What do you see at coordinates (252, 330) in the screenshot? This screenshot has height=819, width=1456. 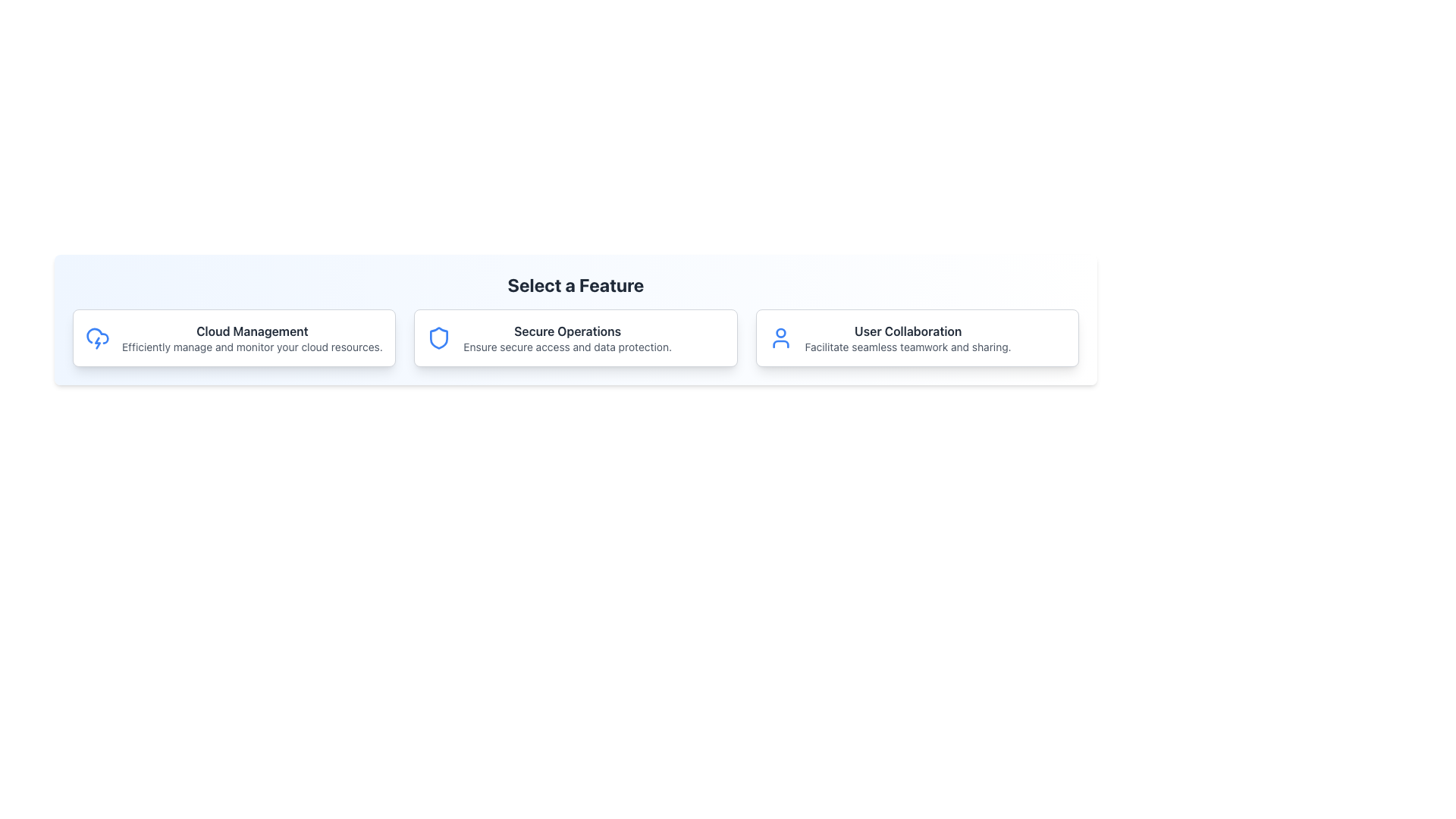 I see `the 'Cloud Management' title text label located at the top of the leftmost card in a three-card layout` at bounding box center [252, 330].